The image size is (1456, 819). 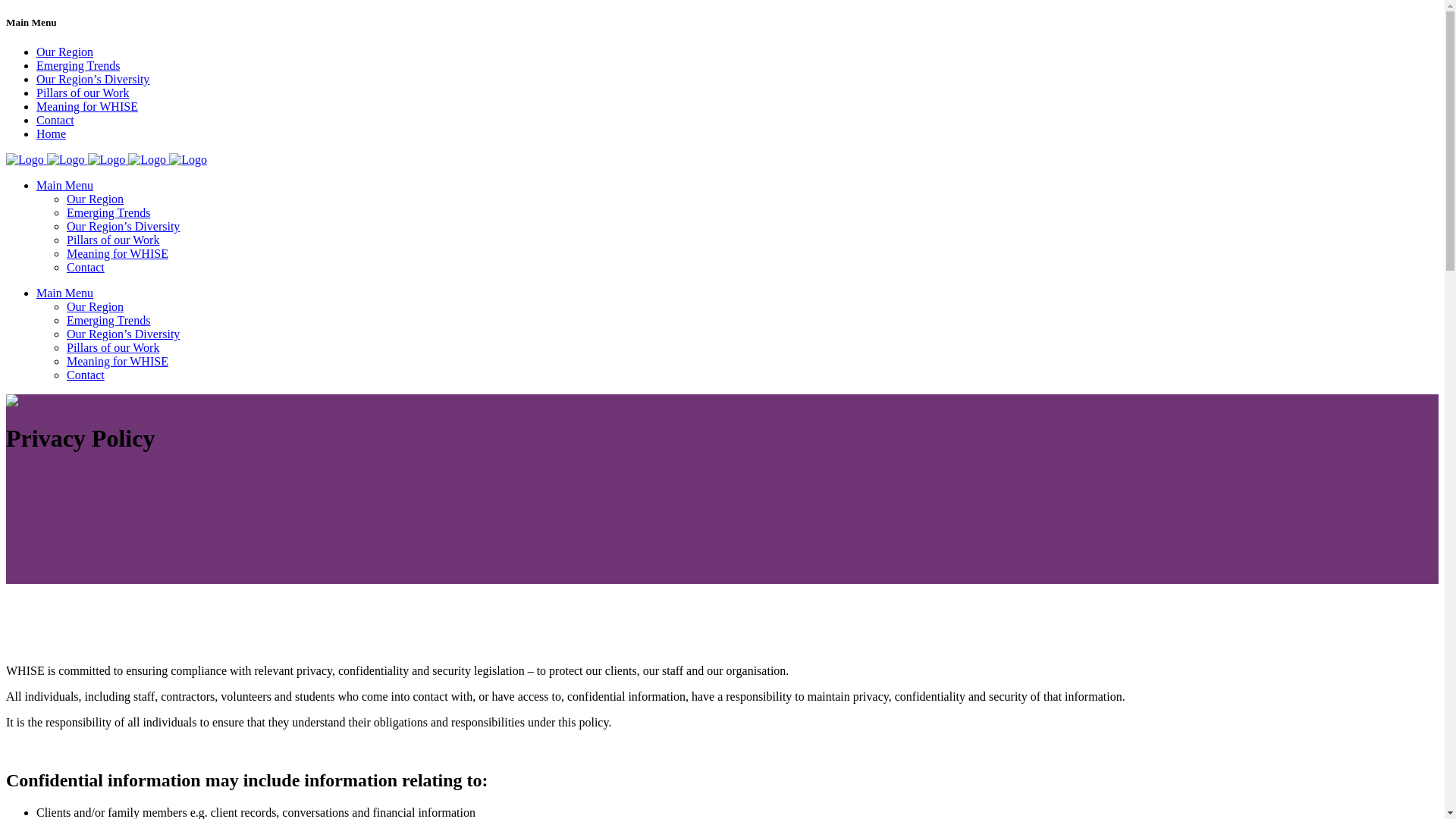 What do you see at coordinates (65, 239) in the screenshot?
I see `'Pillars of our Work'` at bounding box center [65, 239].